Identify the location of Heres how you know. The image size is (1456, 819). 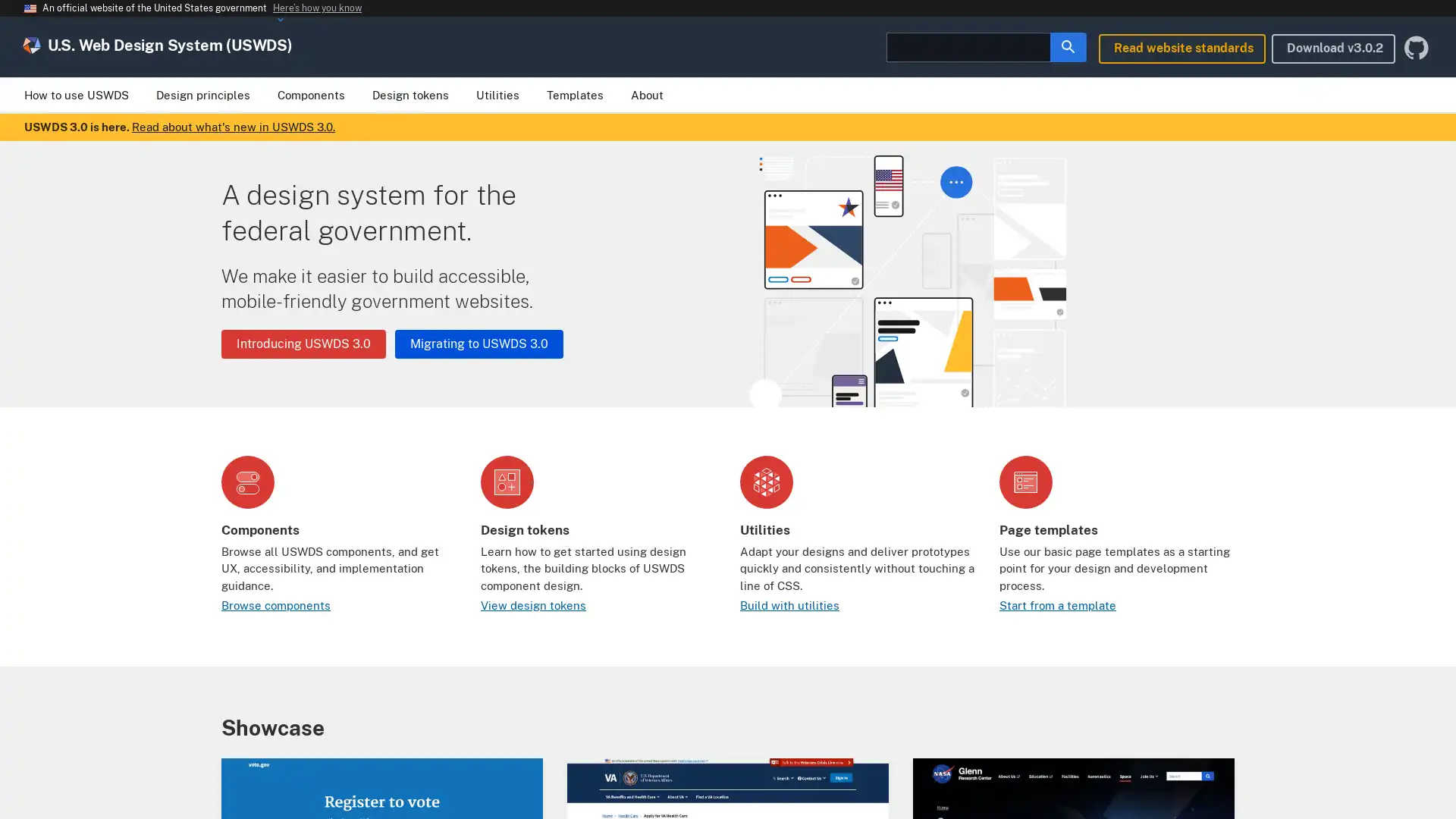
(316, 8).